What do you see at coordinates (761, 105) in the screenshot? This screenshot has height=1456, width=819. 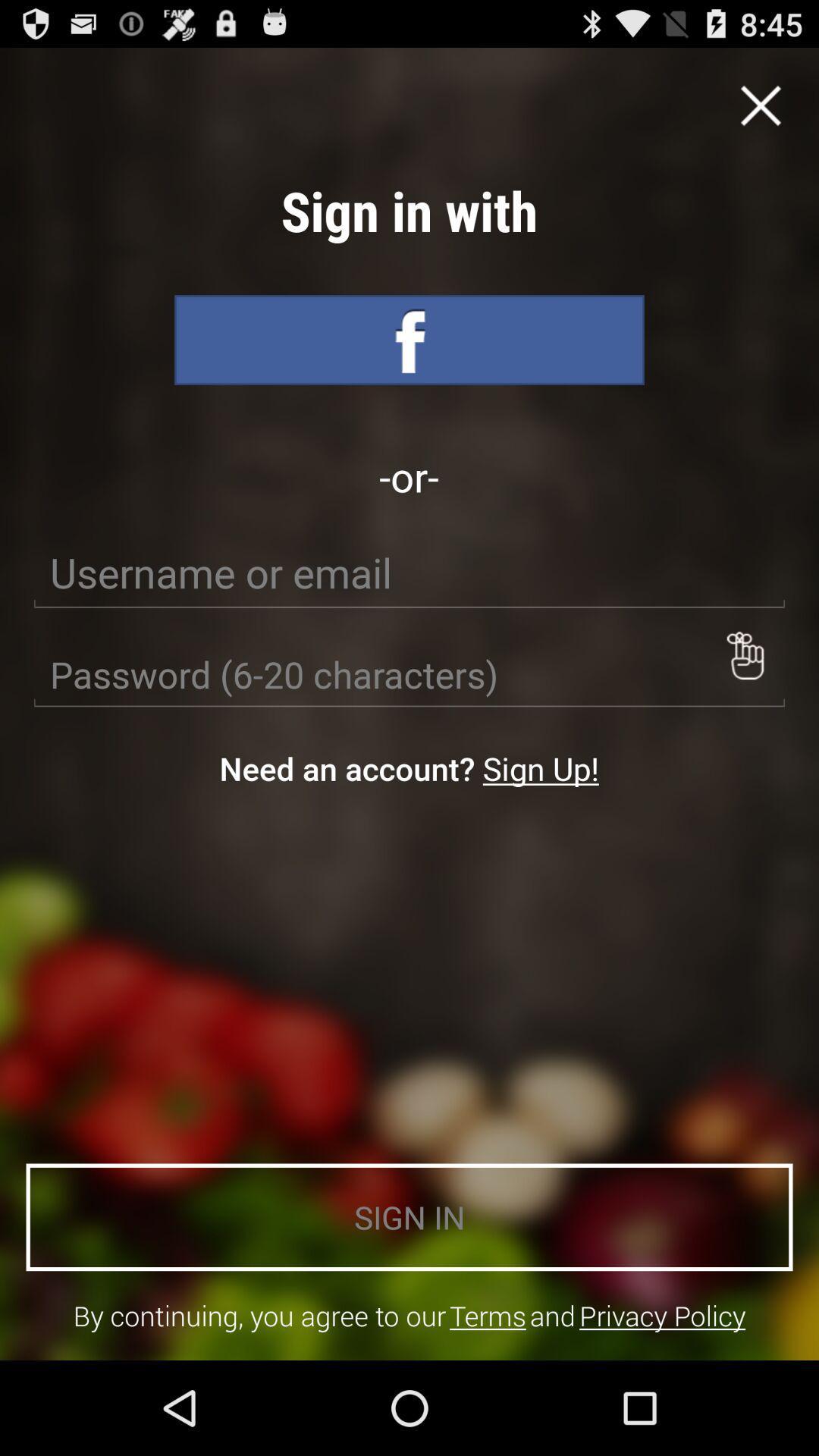 I see `close` at bounding box center [761, 105].